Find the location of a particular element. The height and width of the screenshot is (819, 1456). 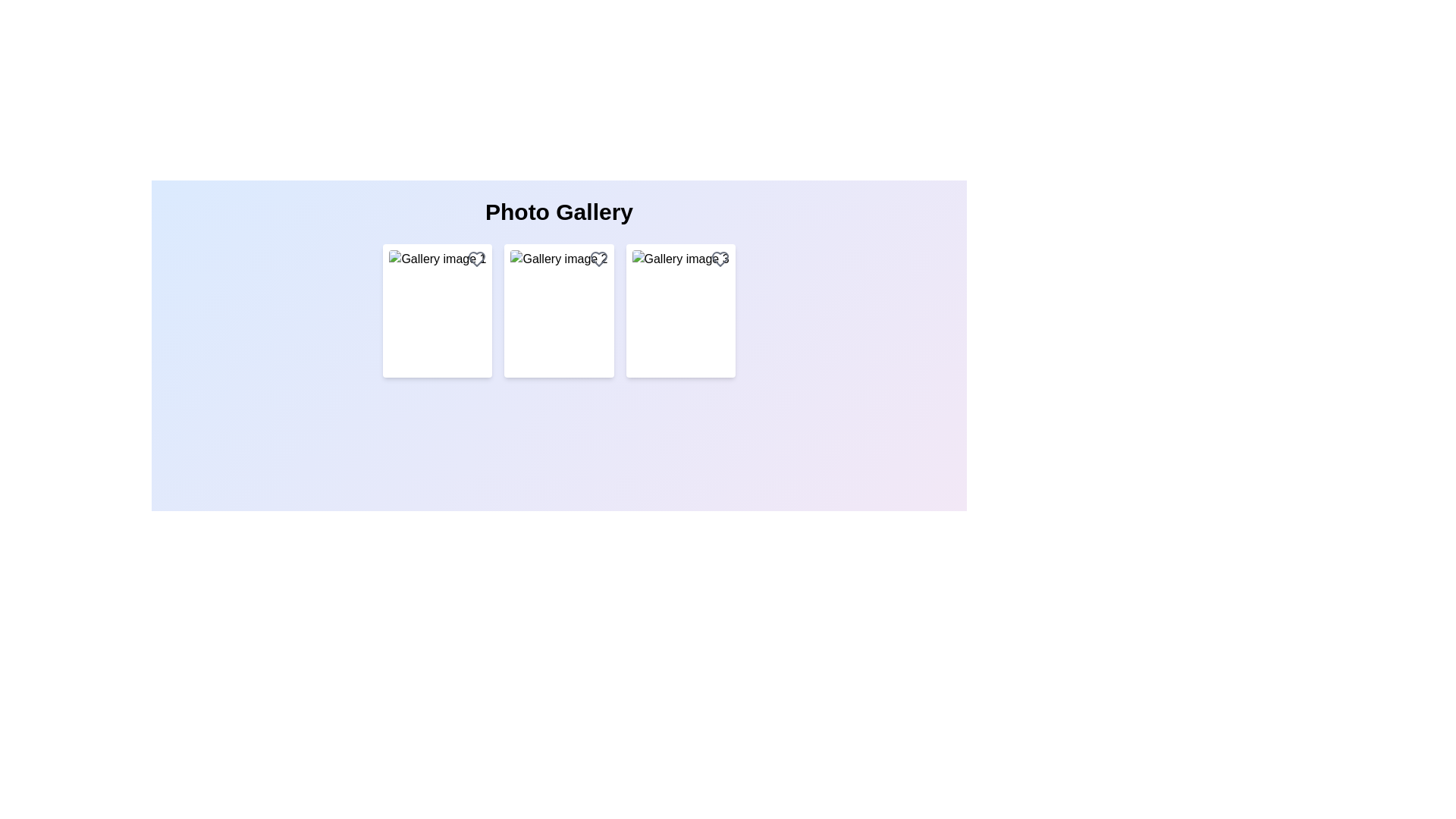

the heart-shaped icon in the top-right corner of the first card under 'Photo Gallery' to change its color from gray to red is located at coordinates (476, 259).